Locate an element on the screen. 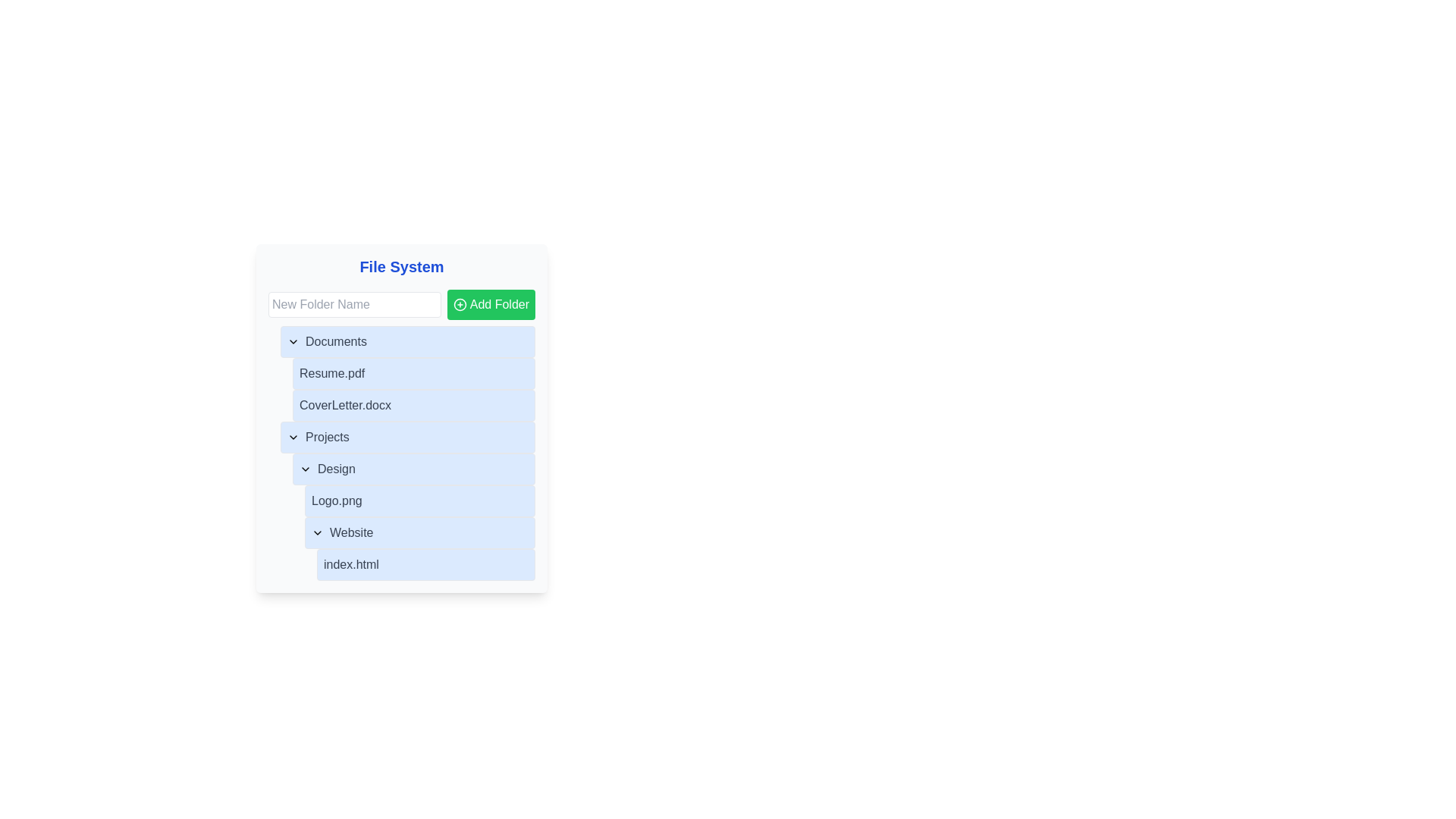 The image size is (1456, 819). the downward-pointing chevron icon located to the left of the 'Design' menu item is located at coordinates (308, 468).